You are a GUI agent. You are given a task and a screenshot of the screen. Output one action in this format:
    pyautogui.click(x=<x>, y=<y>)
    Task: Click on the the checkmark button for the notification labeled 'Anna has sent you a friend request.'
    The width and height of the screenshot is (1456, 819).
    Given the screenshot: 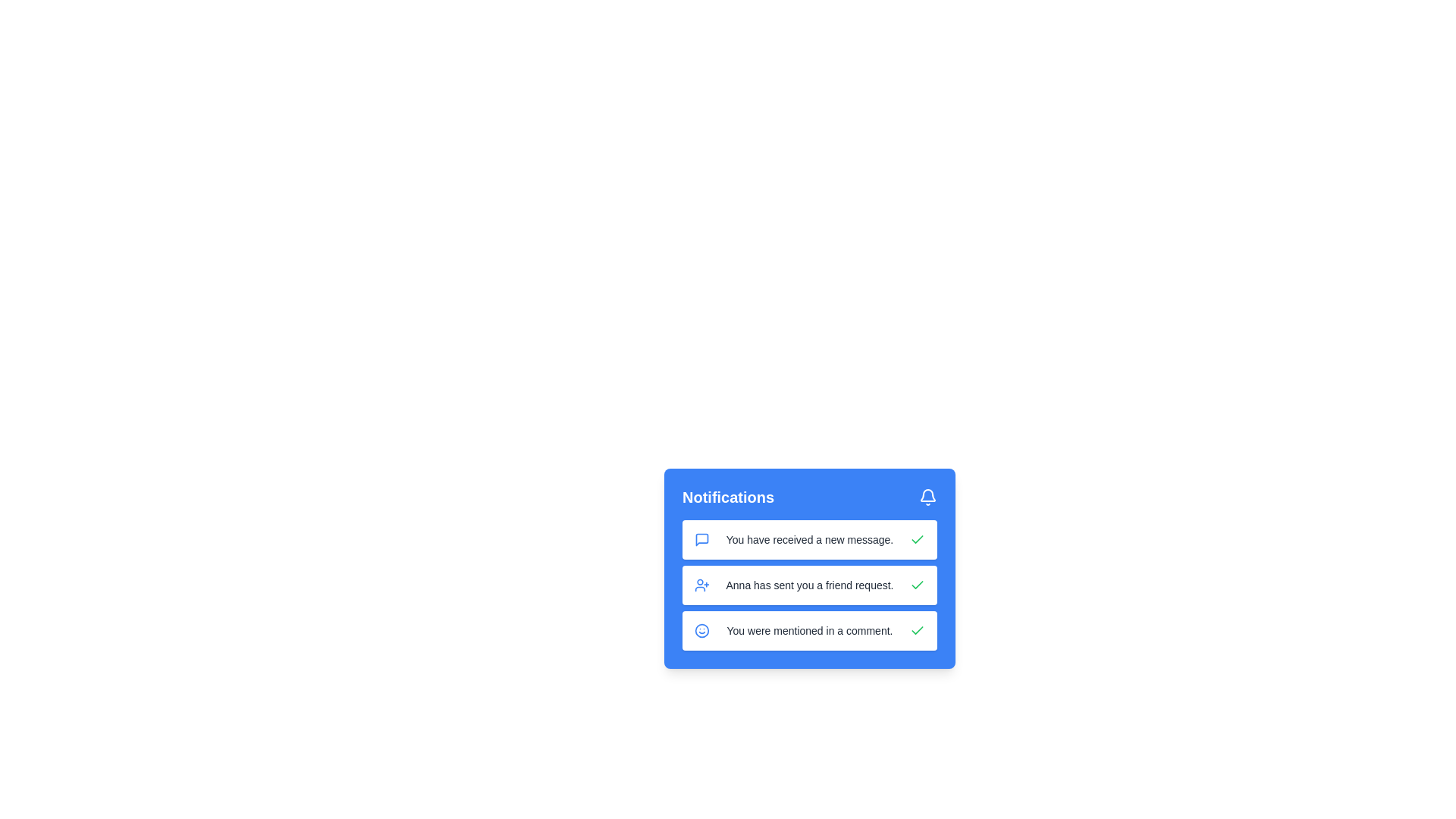 What is the action you would take?
    pyautogui.click(x=916, y=584)
    